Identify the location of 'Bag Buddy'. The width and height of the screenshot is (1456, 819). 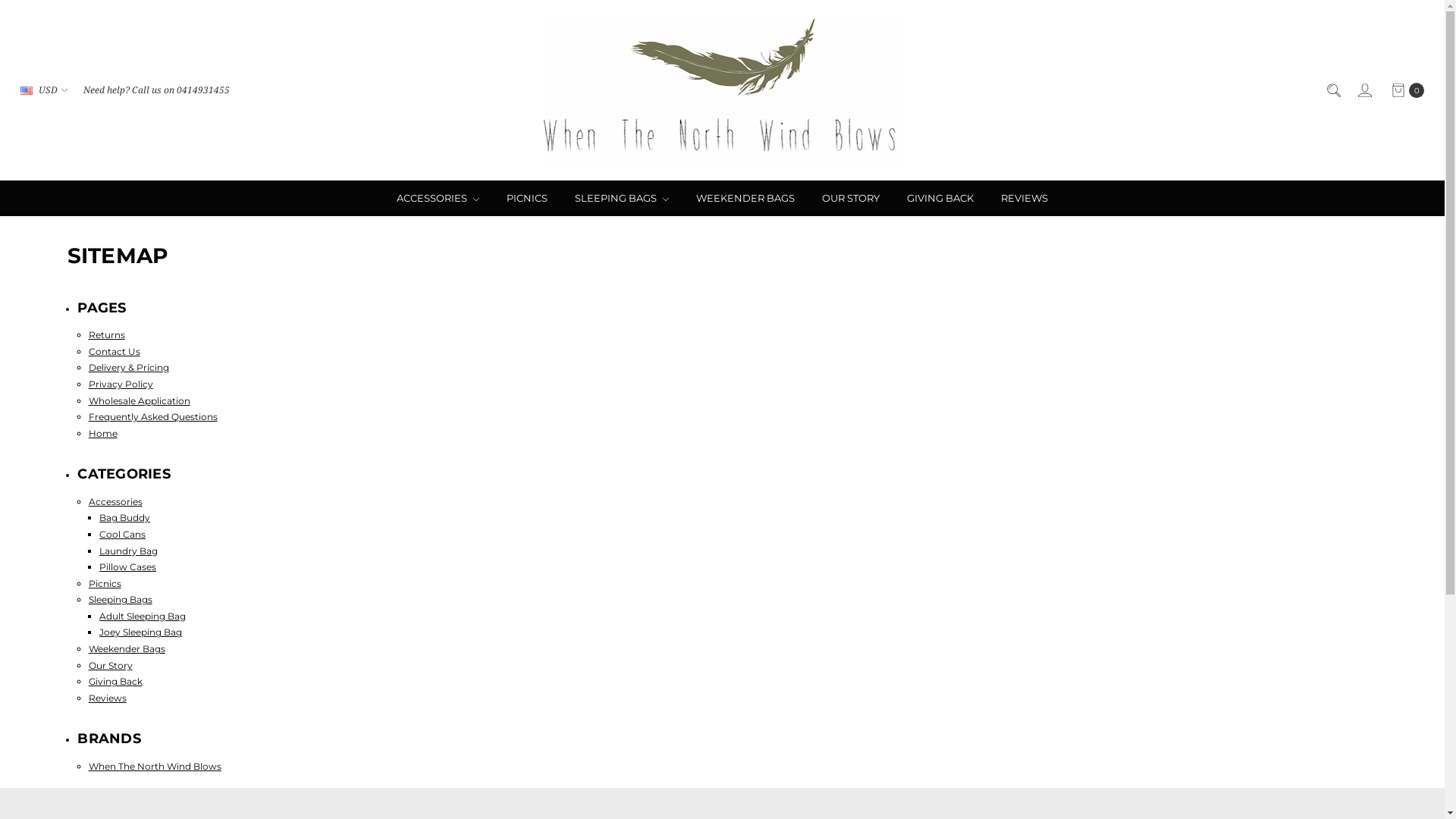
(124, 516).